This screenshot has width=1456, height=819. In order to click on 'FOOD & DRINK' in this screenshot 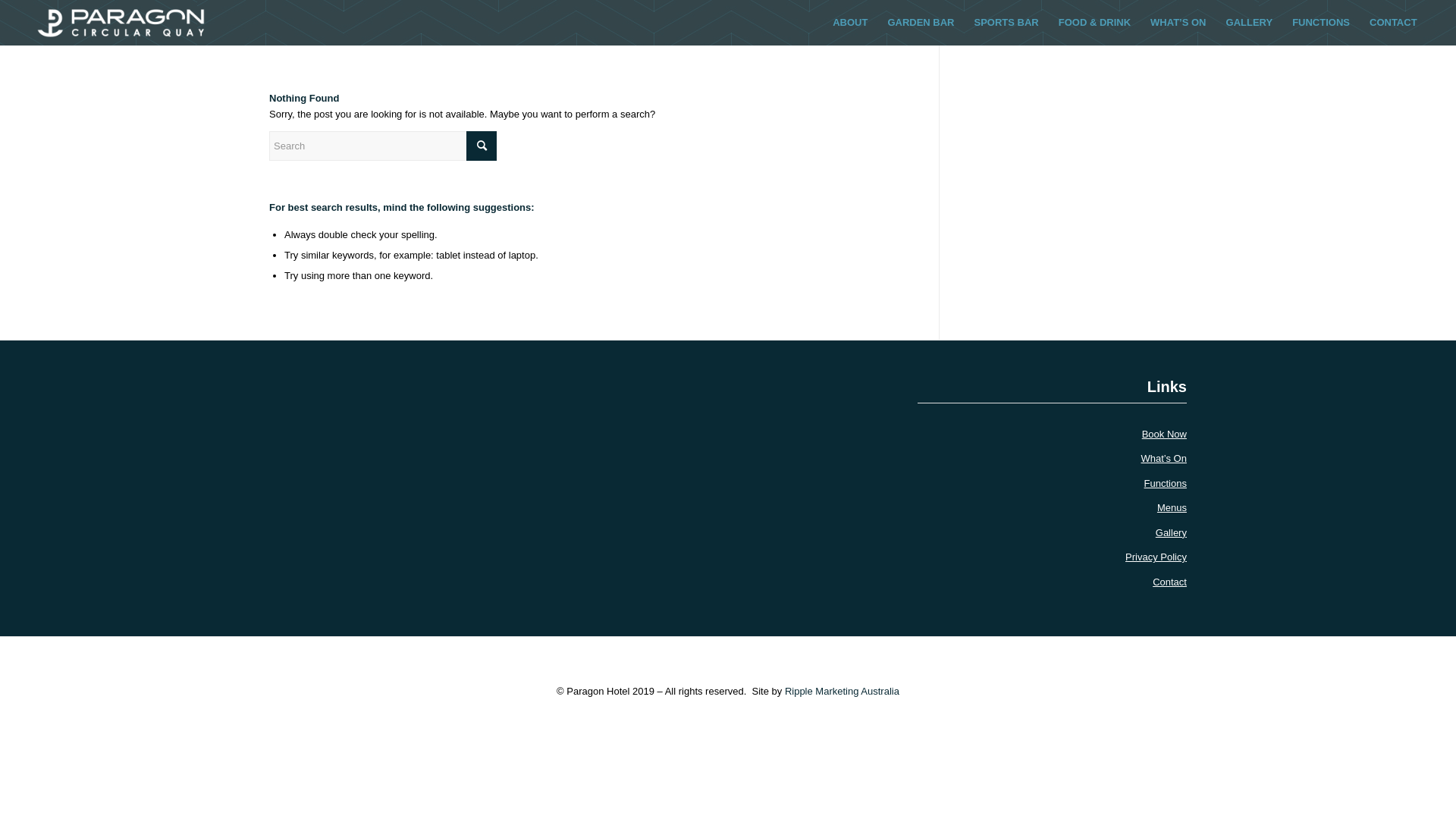, I will do `click(1094, 23)`.